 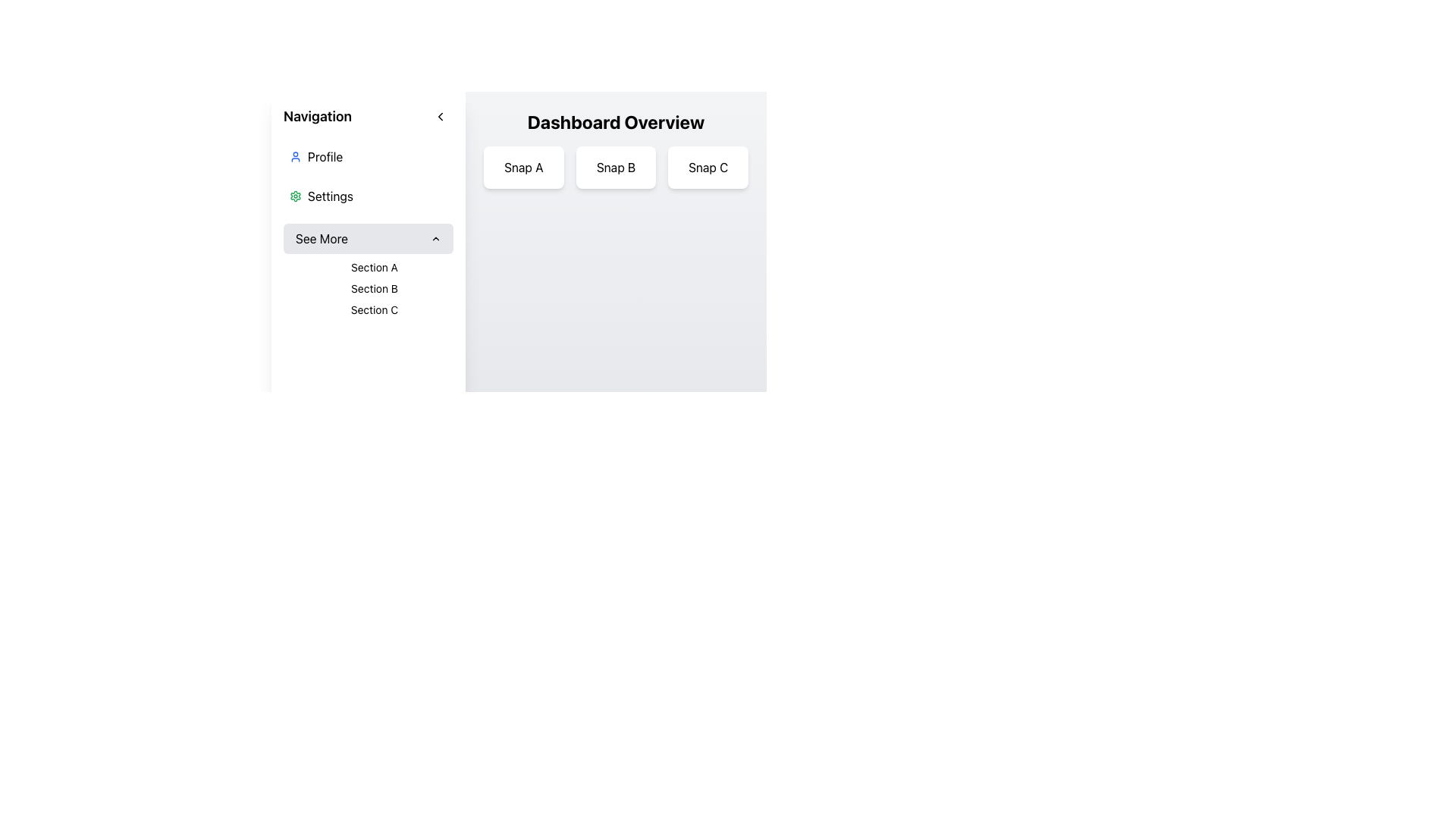 I want to click on the Text Display Card labeled 'Snap B', which is the second card in a horizontal grid layout beneath the 'Dashboard Overview' header, so click(x=616, y=167).